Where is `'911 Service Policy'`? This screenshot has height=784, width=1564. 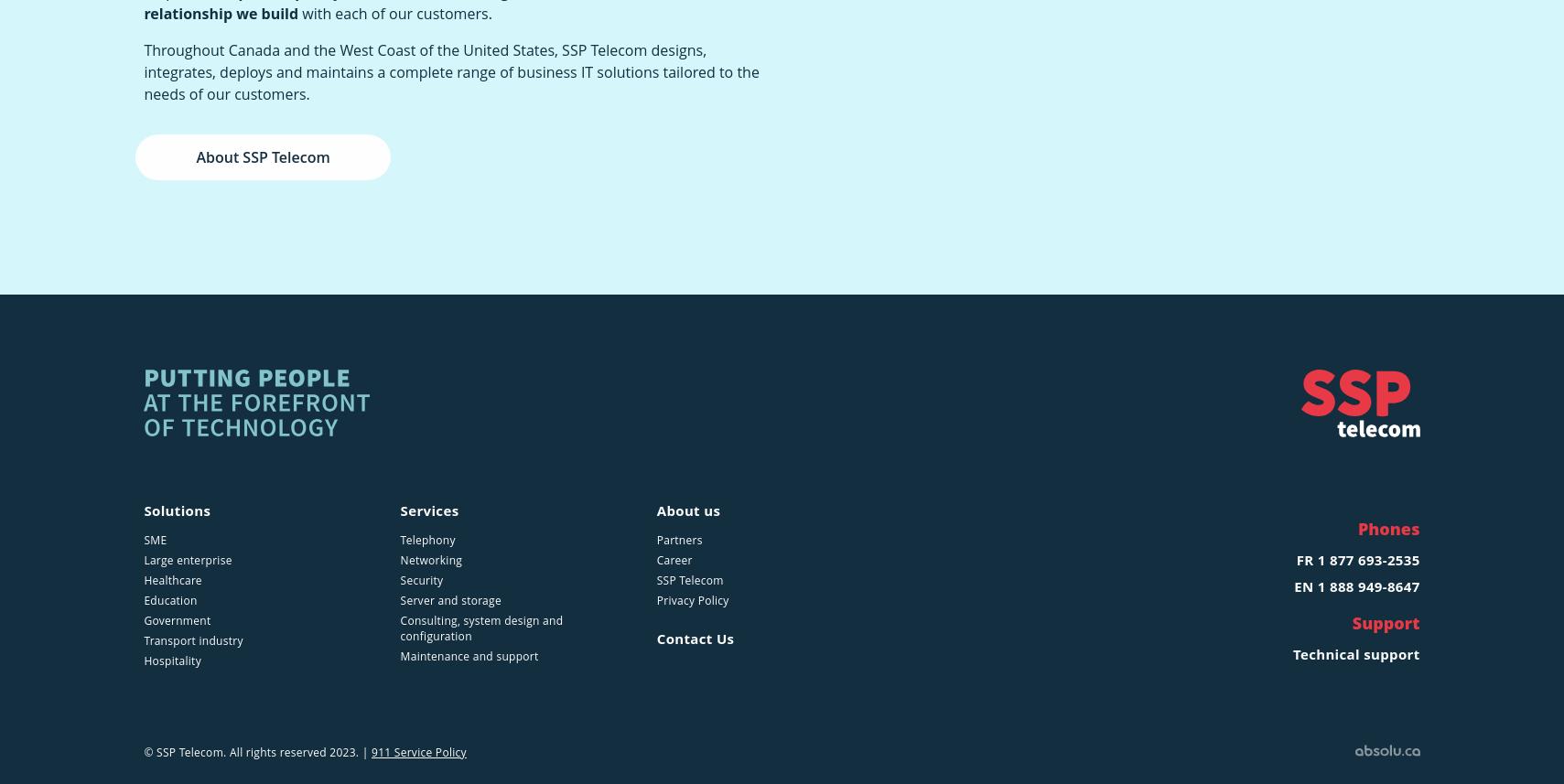 '911 Service Policy' is located at coordinates (416, 750).